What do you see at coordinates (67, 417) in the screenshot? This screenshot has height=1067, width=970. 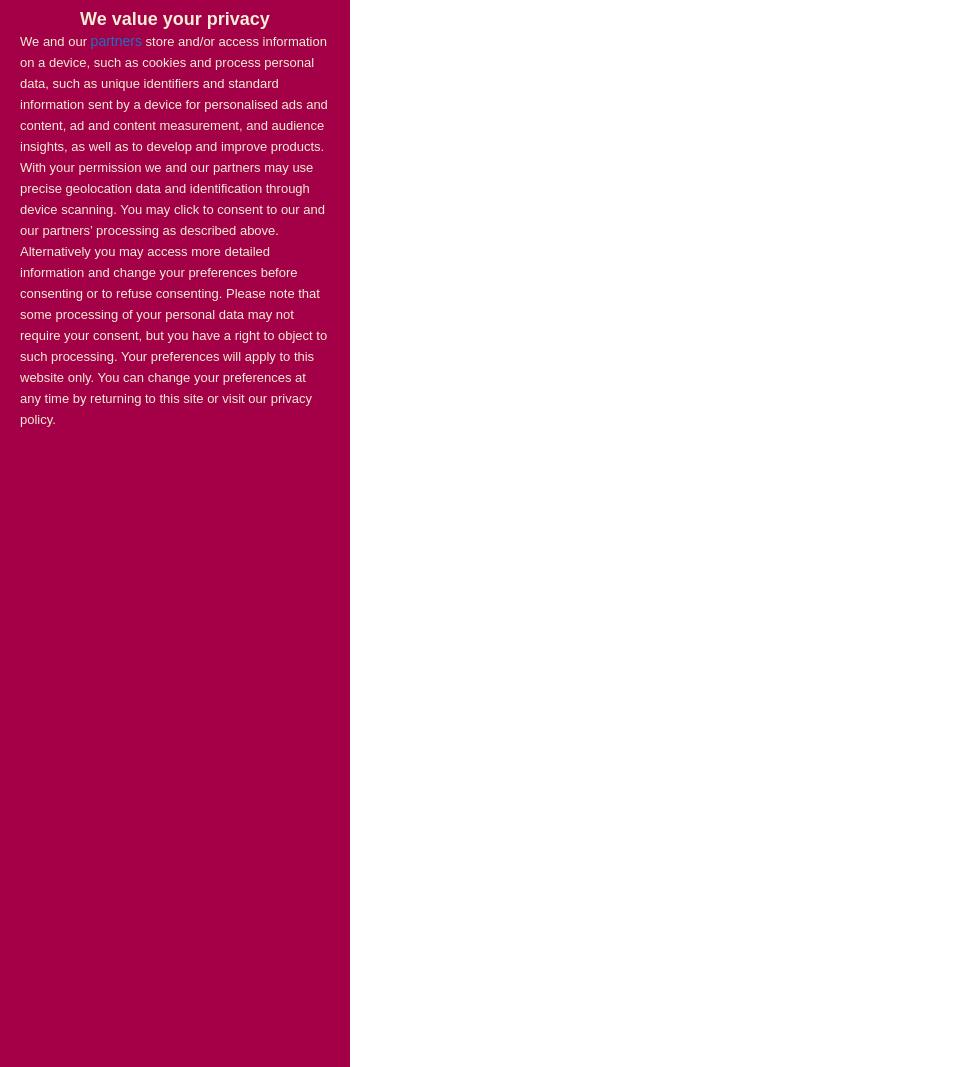 I see `'Owain Thomas'` at bounding box center [67, 417].